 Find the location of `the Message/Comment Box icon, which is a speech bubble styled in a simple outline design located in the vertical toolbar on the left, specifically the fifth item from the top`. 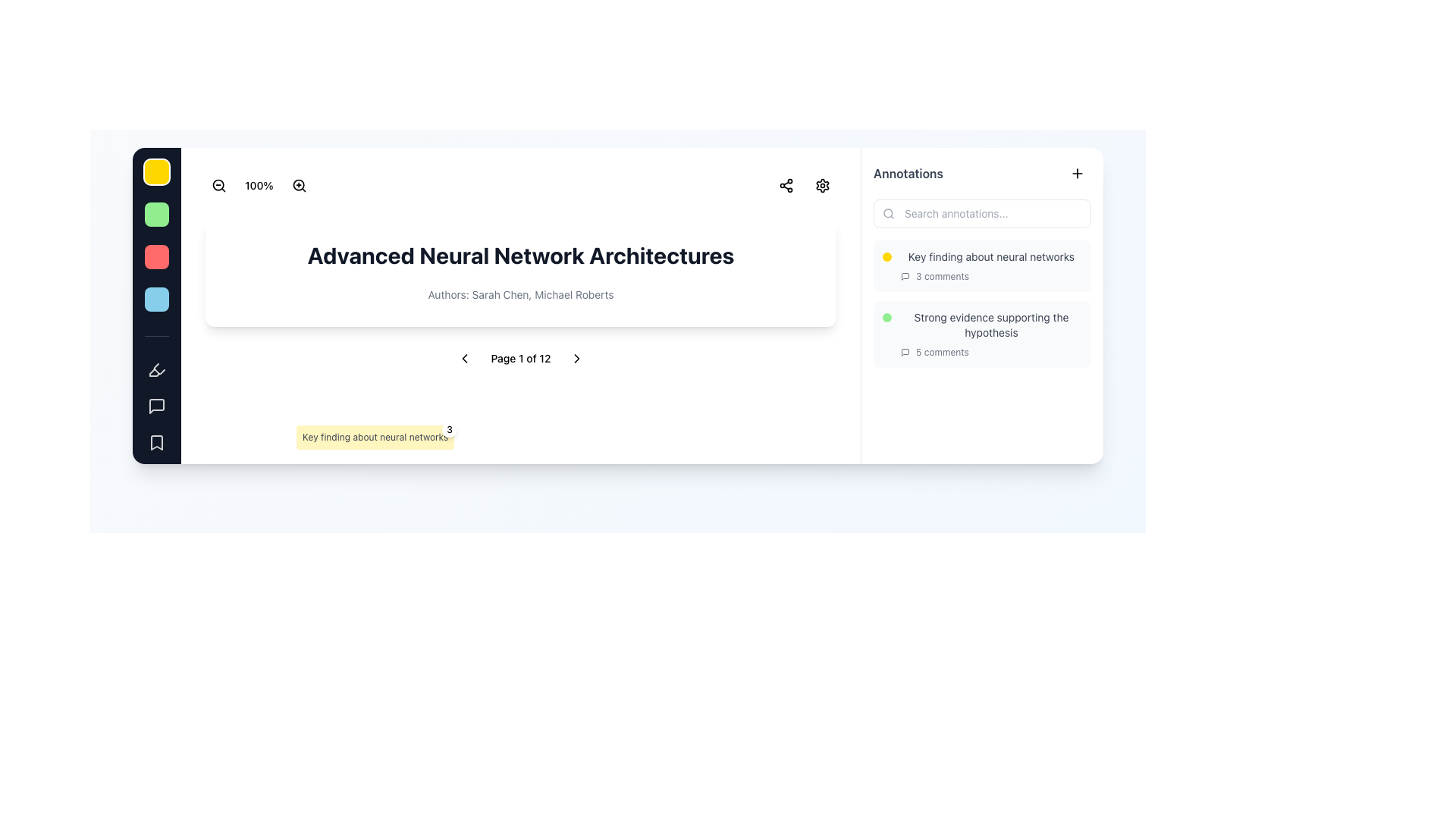

the Message/Comment Box icon, which is a speech bubble styled in a simple outline design located in the vertical toolbar on the left, specifically the fifth item from the top is located at coordinates (156, 406).